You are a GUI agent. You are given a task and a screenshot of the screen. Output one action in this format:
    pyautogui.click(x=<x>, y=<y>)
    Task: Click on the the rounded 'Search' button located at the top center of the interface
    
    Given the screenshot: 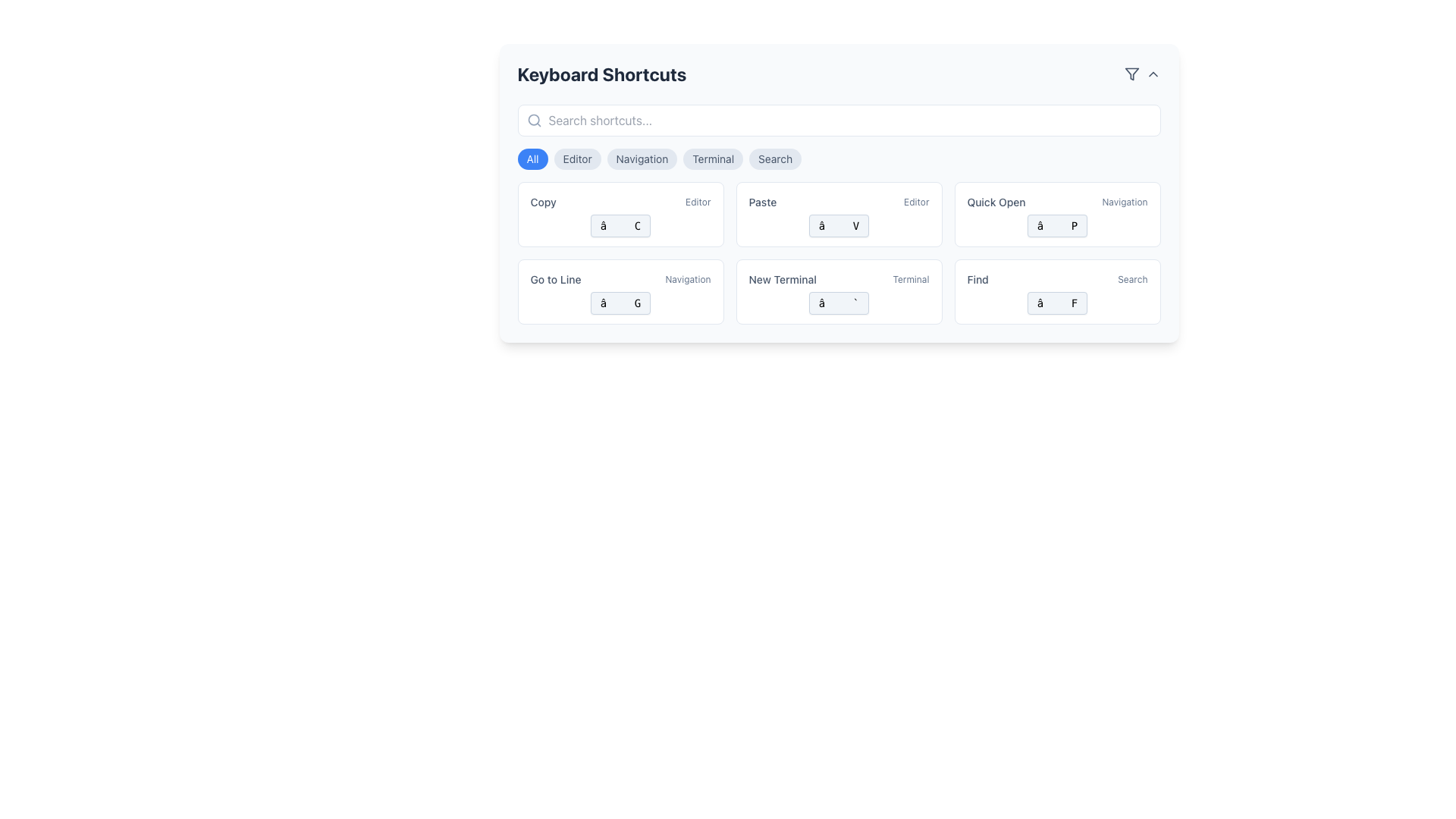 What is the action you would take?
    pyautogui.click(x=775, y=158)
    